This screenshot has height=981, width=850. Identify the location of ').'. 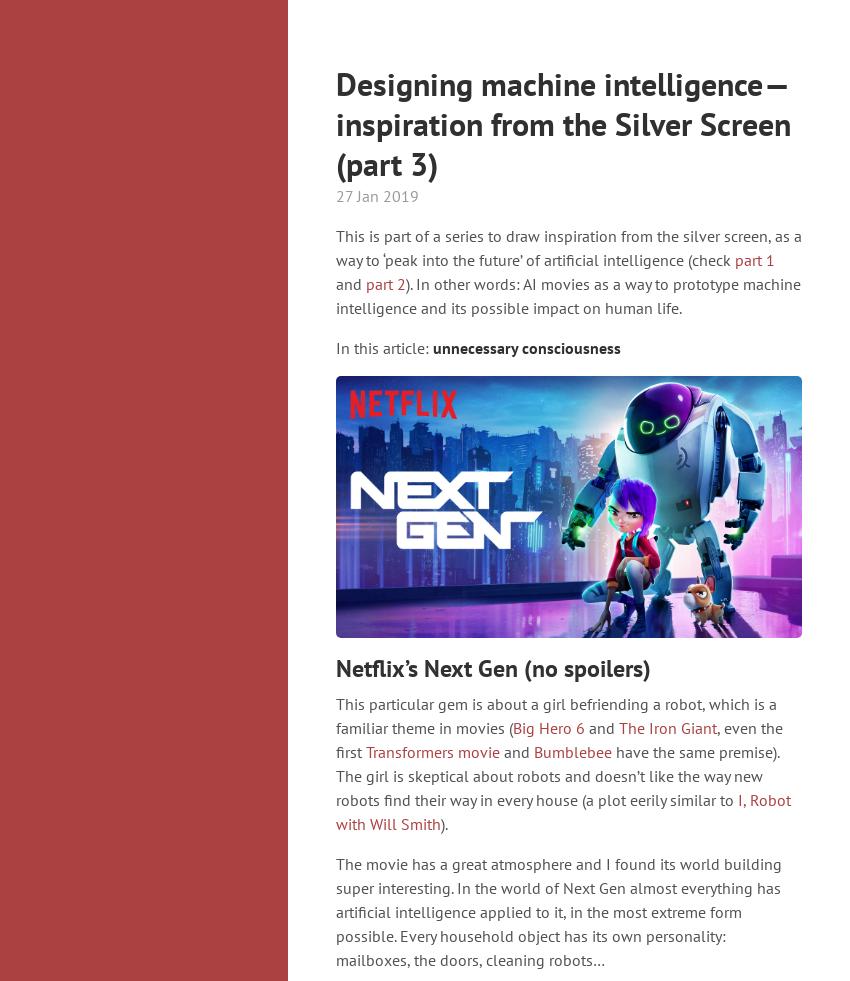
(443, 824).